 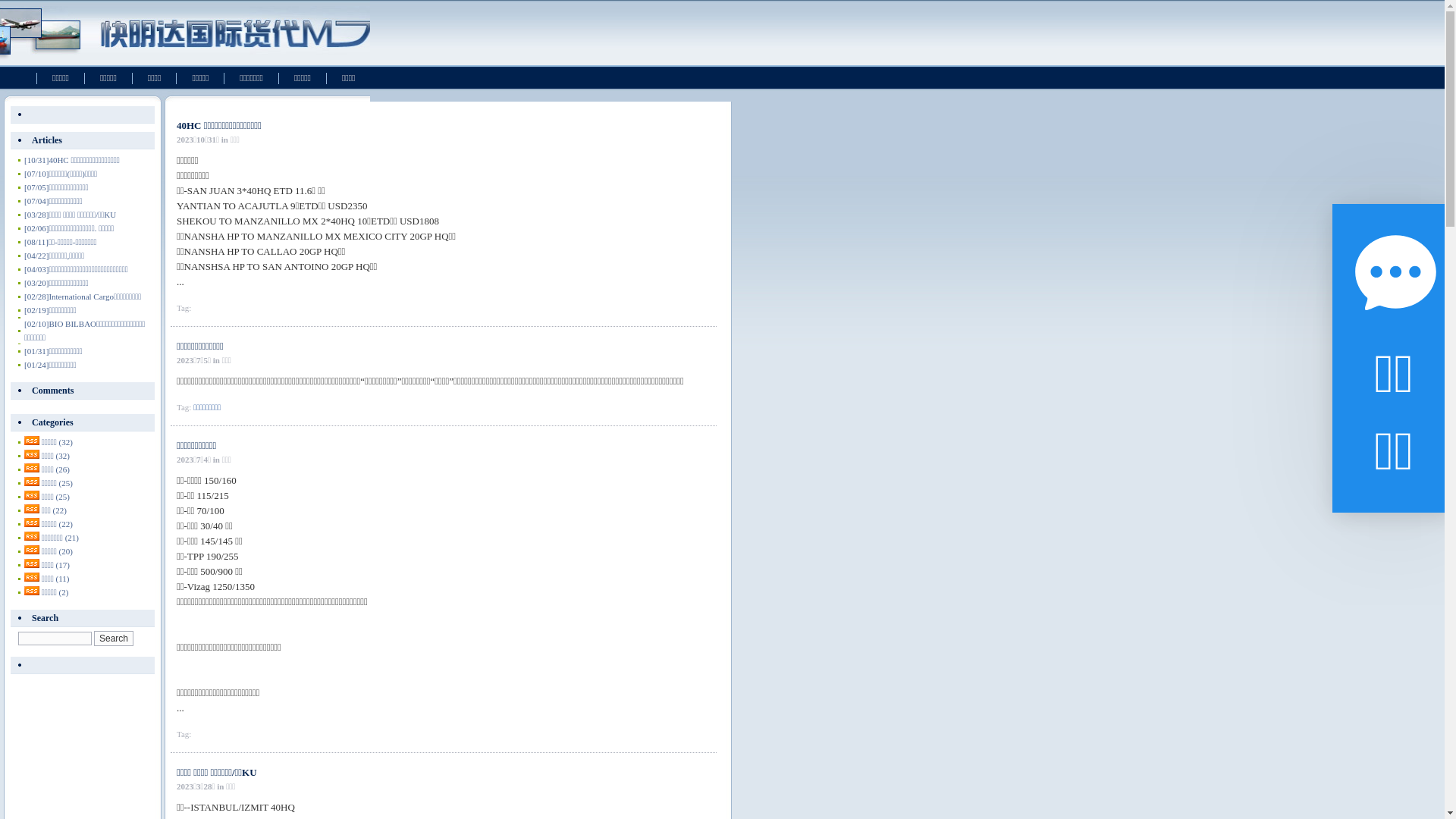 What do you see at coordinates (32, 453) in the screenshot?
I see `'rss'` at bounding box center [32, 453].